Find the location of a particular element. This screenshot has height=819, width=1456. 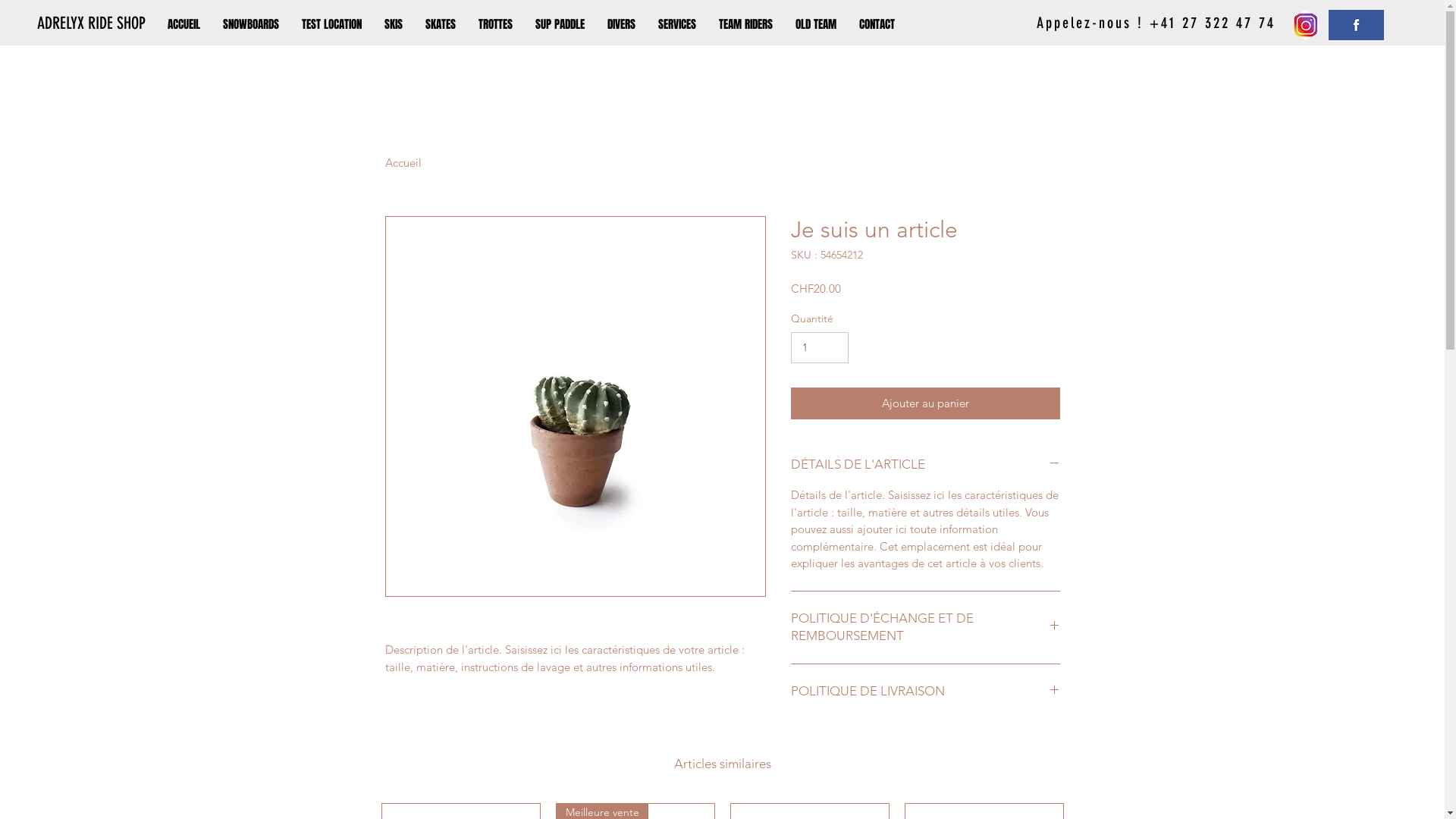

'CONTACT' is located at coordinates (877, 24).